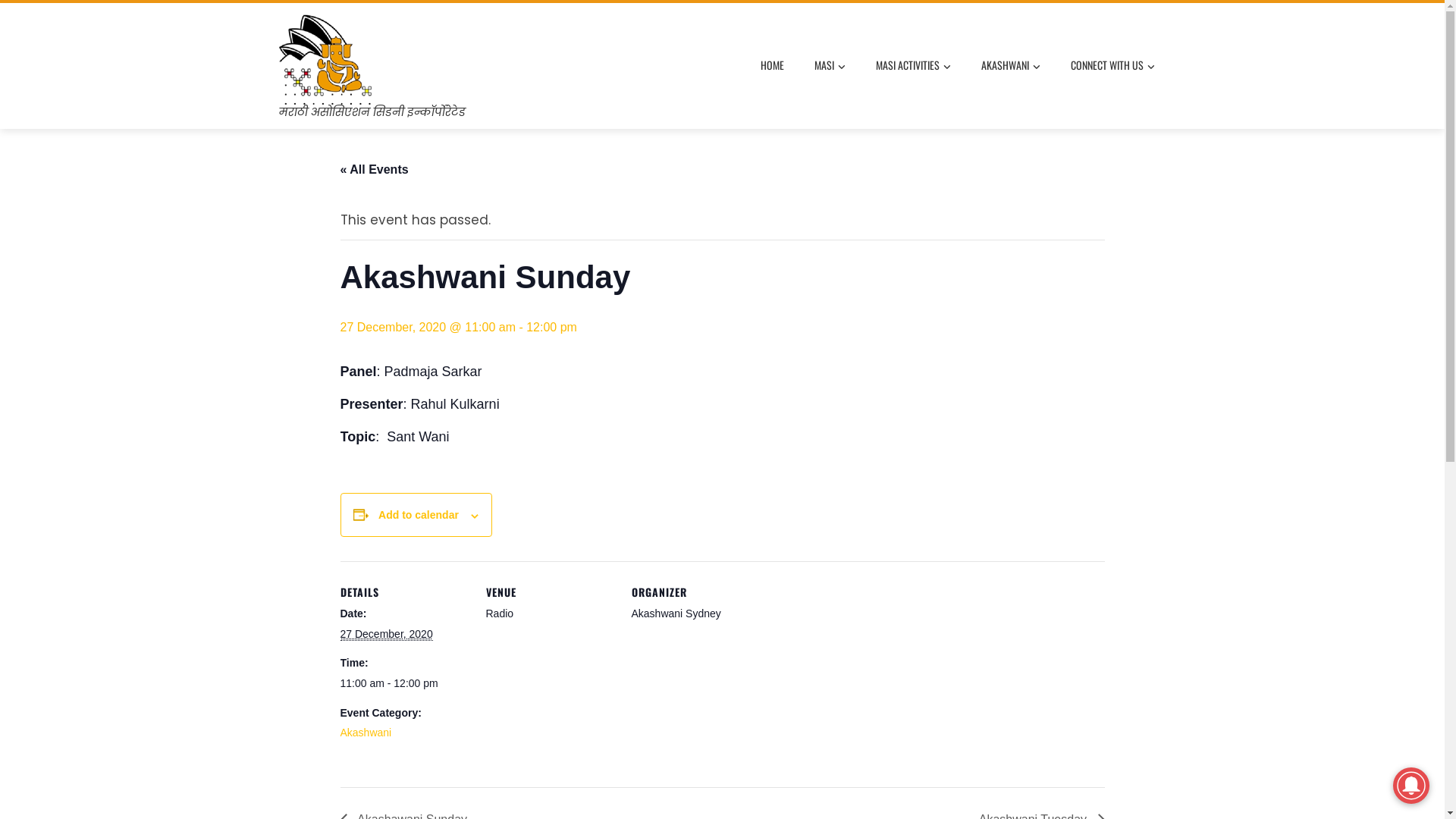  Describe the element at coordinates (1112, 65) in the screenshot. I see `'CONNECT WITH US'` at that location.